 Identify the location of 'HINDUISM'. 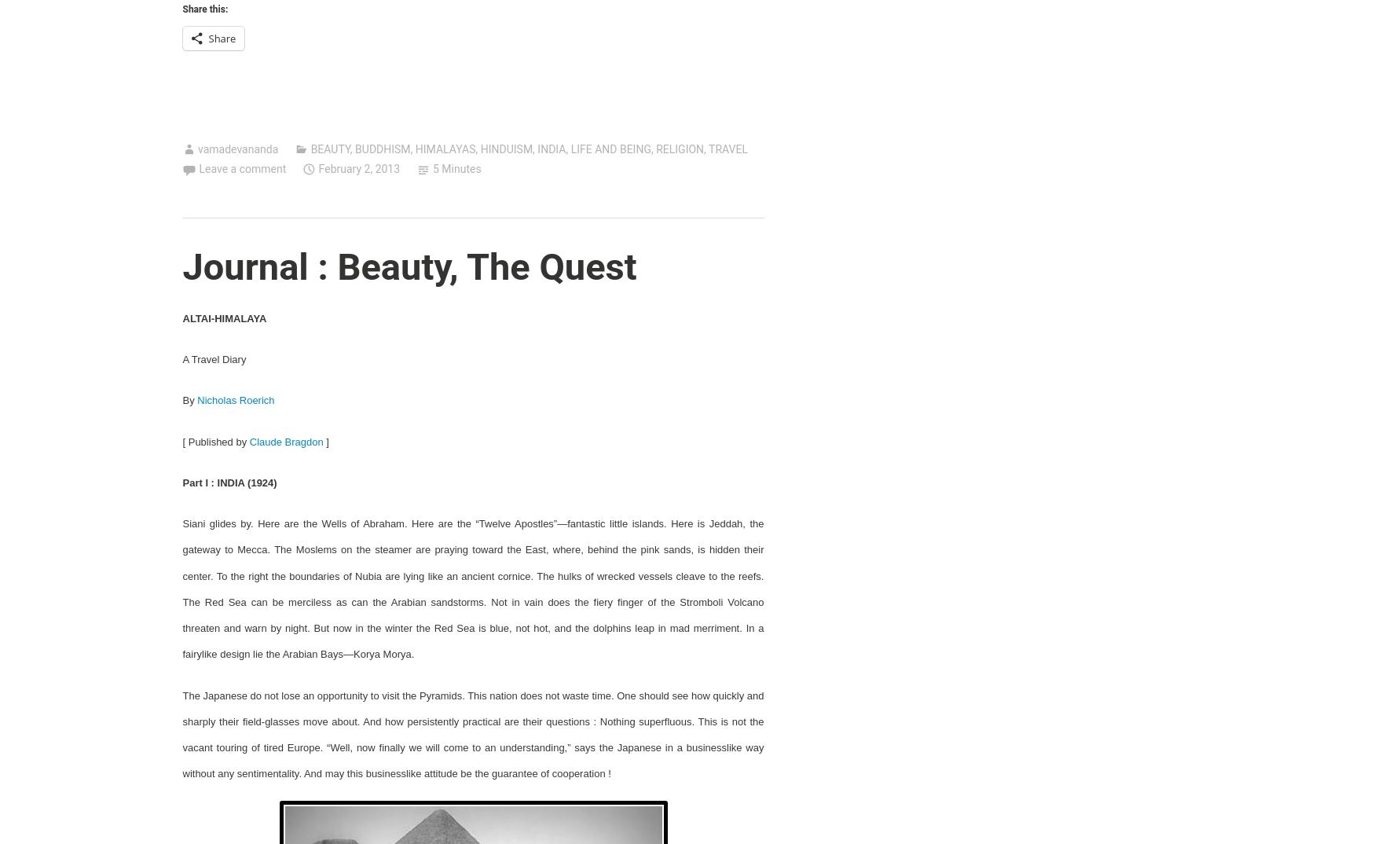
(505, 149).